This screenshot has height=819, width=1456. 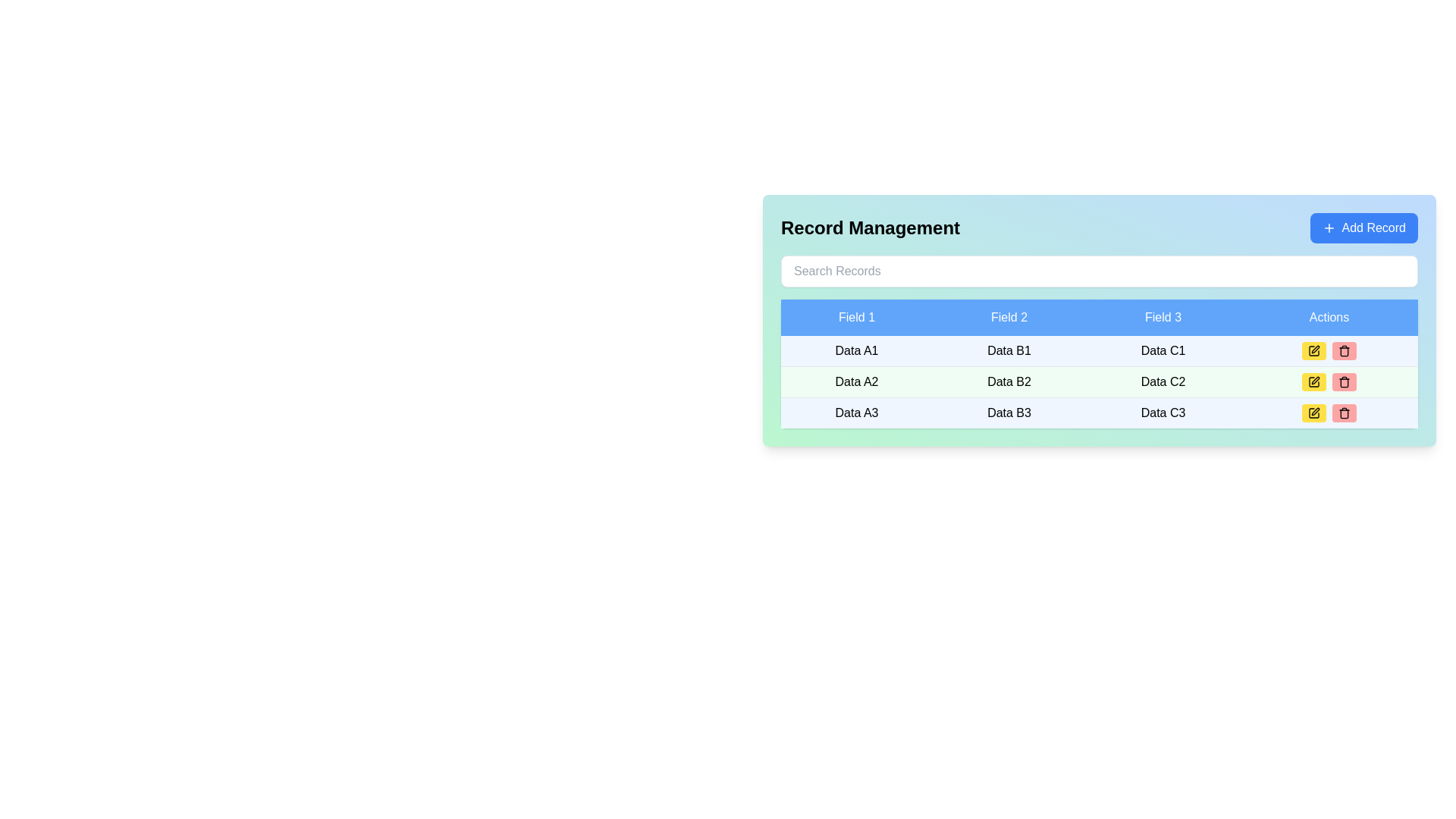 What do you see at coordinates (1344, 350) in the screenshot?
I see `the trash icon within the pink rounded rectangular button in the 'Actions' column of the third row of the data table` at bounding box center [1344, 350].